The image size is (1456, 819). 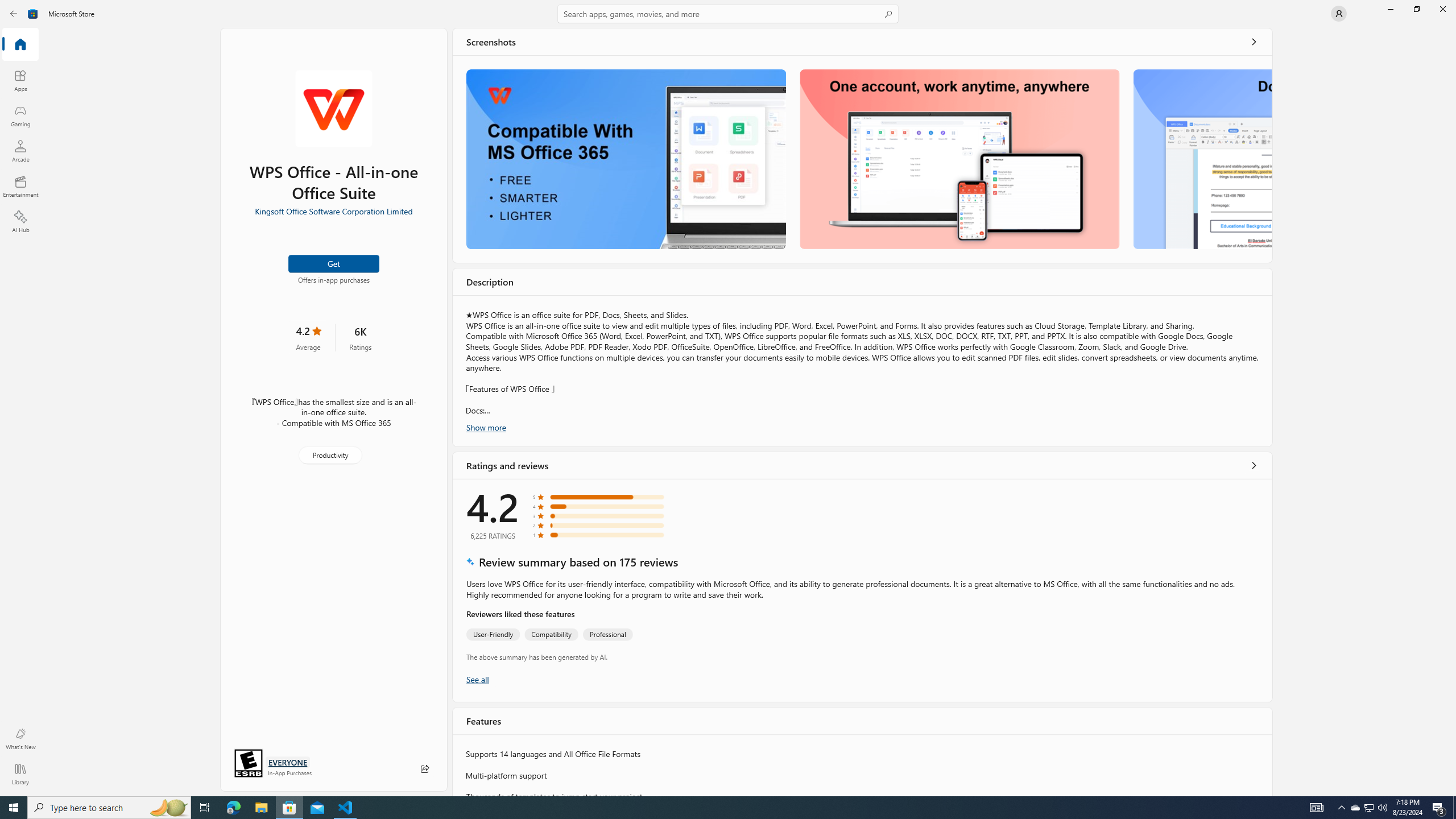 I want to click on 'Arcade', so click(x=19, y=150).